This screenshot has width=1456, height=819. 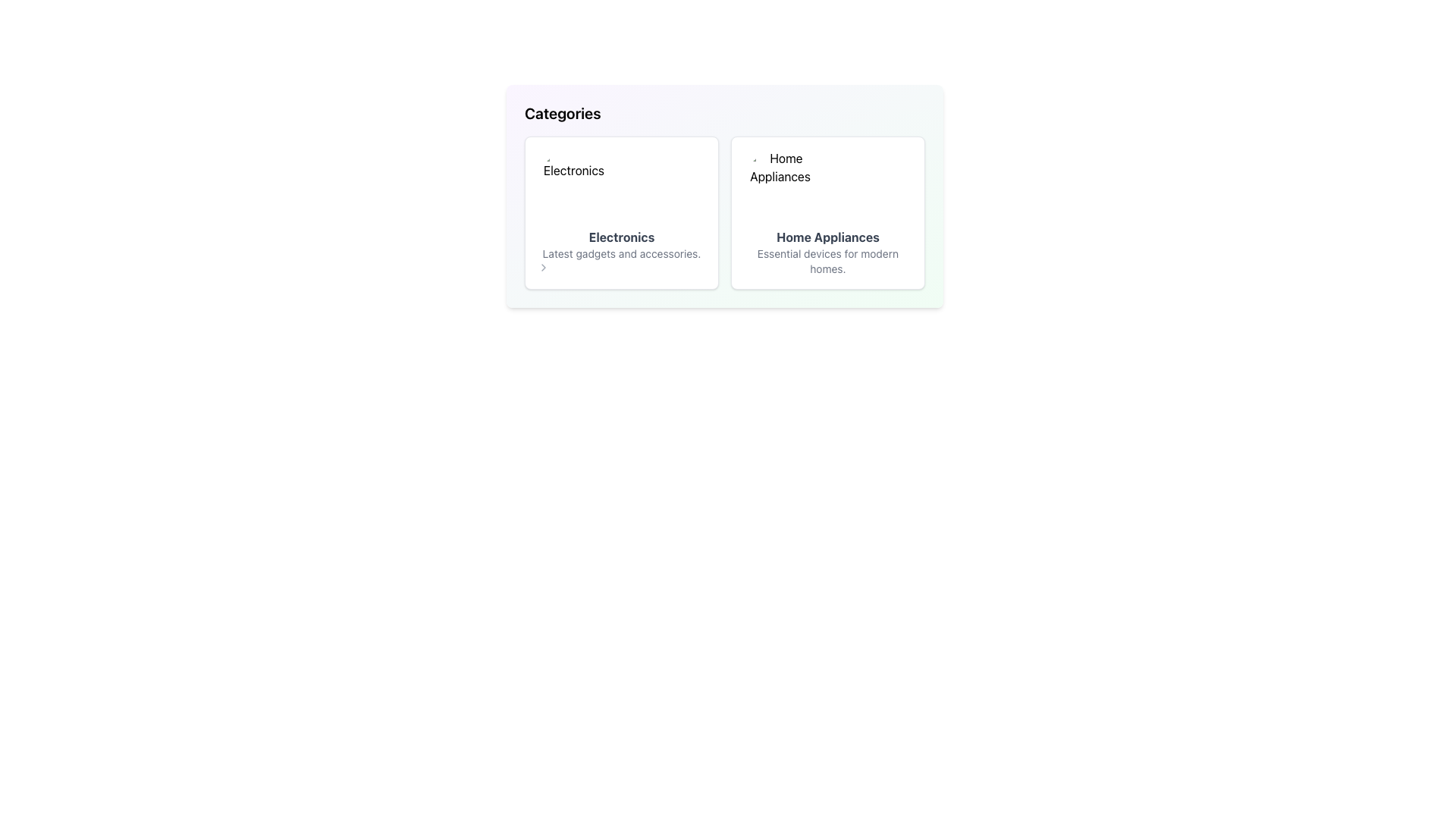 What do you see at coordinates (622, 253) in the screenshot?
I see `the Text Label displaying 'Latest gadgets and accessories.' located below the title 'Electronics' within the card layout` at bounding box center [622, 253].